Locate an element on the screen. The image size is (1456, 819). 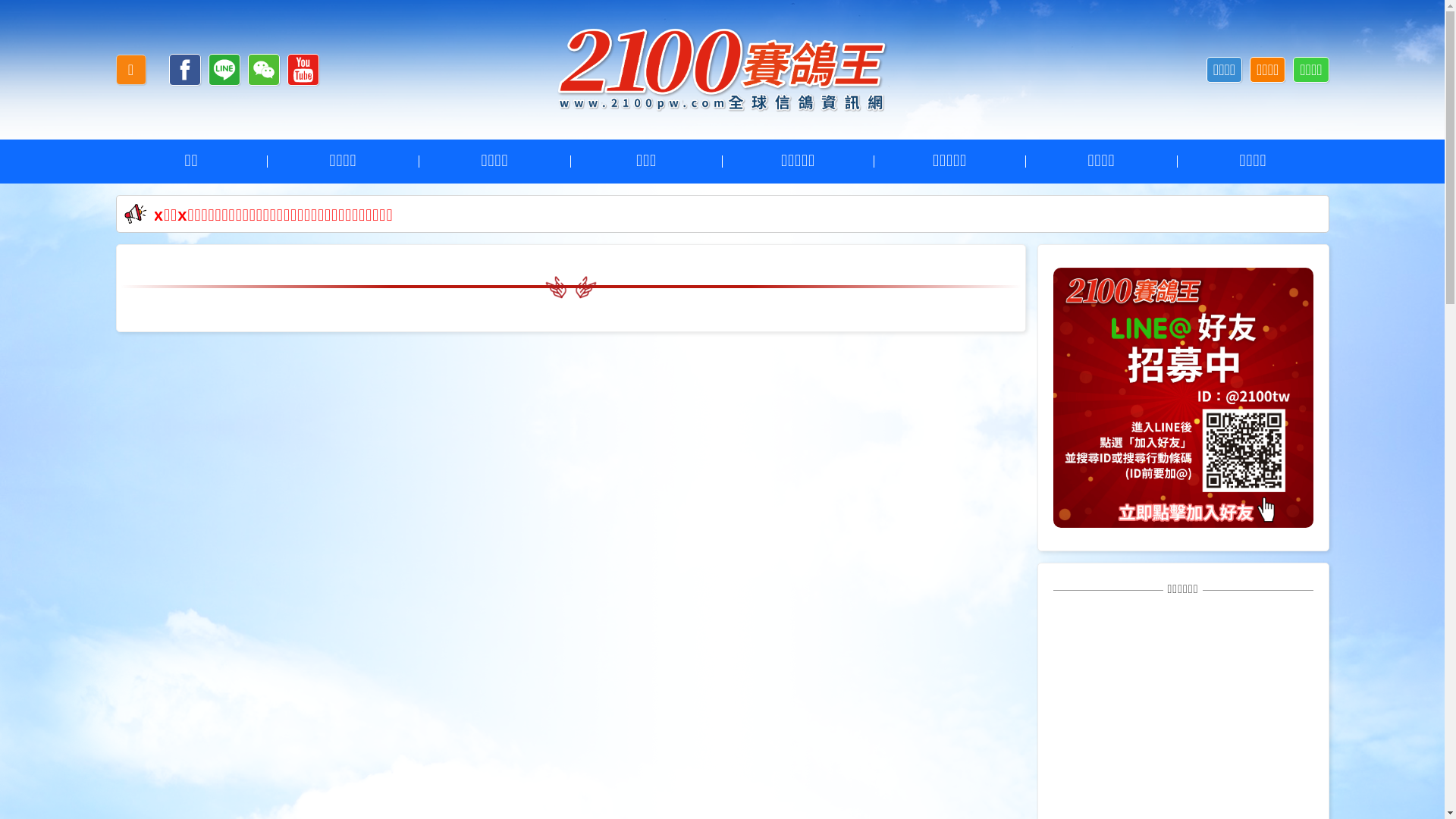
'Youtube' is located at coordinates (303, 70).